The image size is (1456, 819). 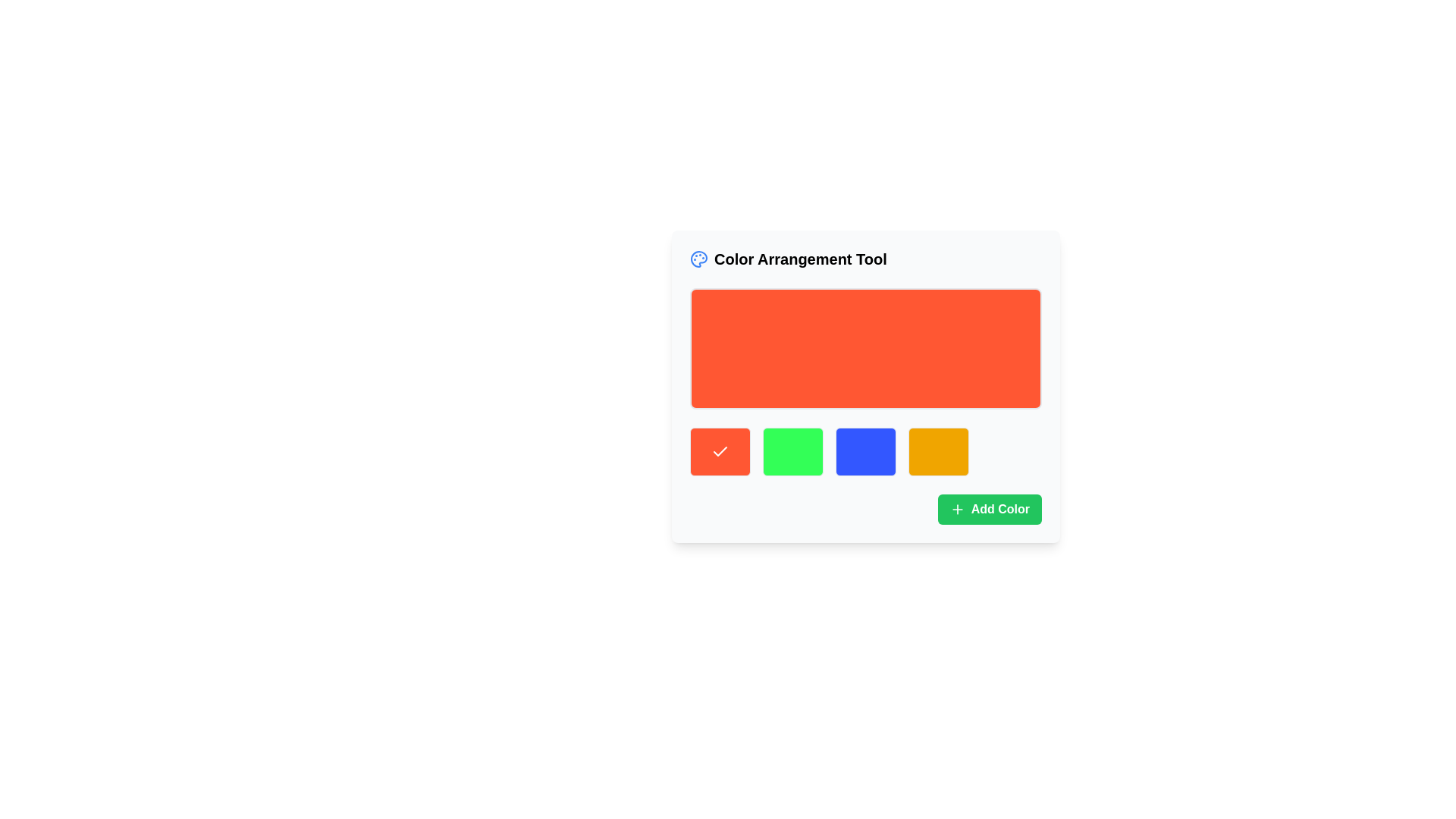 What do you see at coordinates (866, 385) in the screenshot?
I see `the orange rectangular area with rounded corners in the 'Color Arrangement Tool' interface, positioned beneath the title and above the smaller color blocks and 'Add Color' button` at bounding box center [866, 385].